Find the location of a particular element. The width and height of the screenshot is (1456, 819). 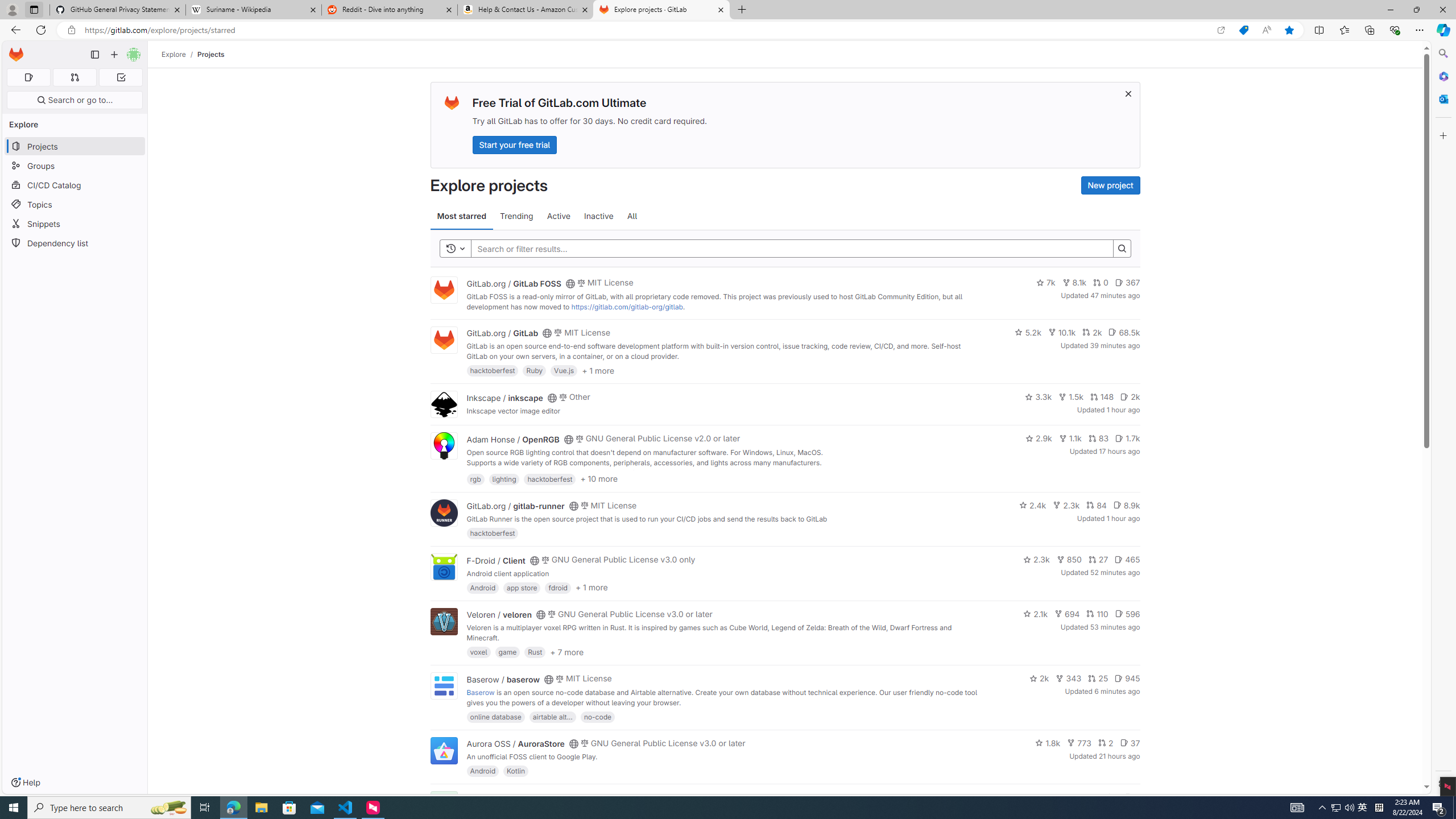

'Kotlin' is located at coordinates (515, 771).